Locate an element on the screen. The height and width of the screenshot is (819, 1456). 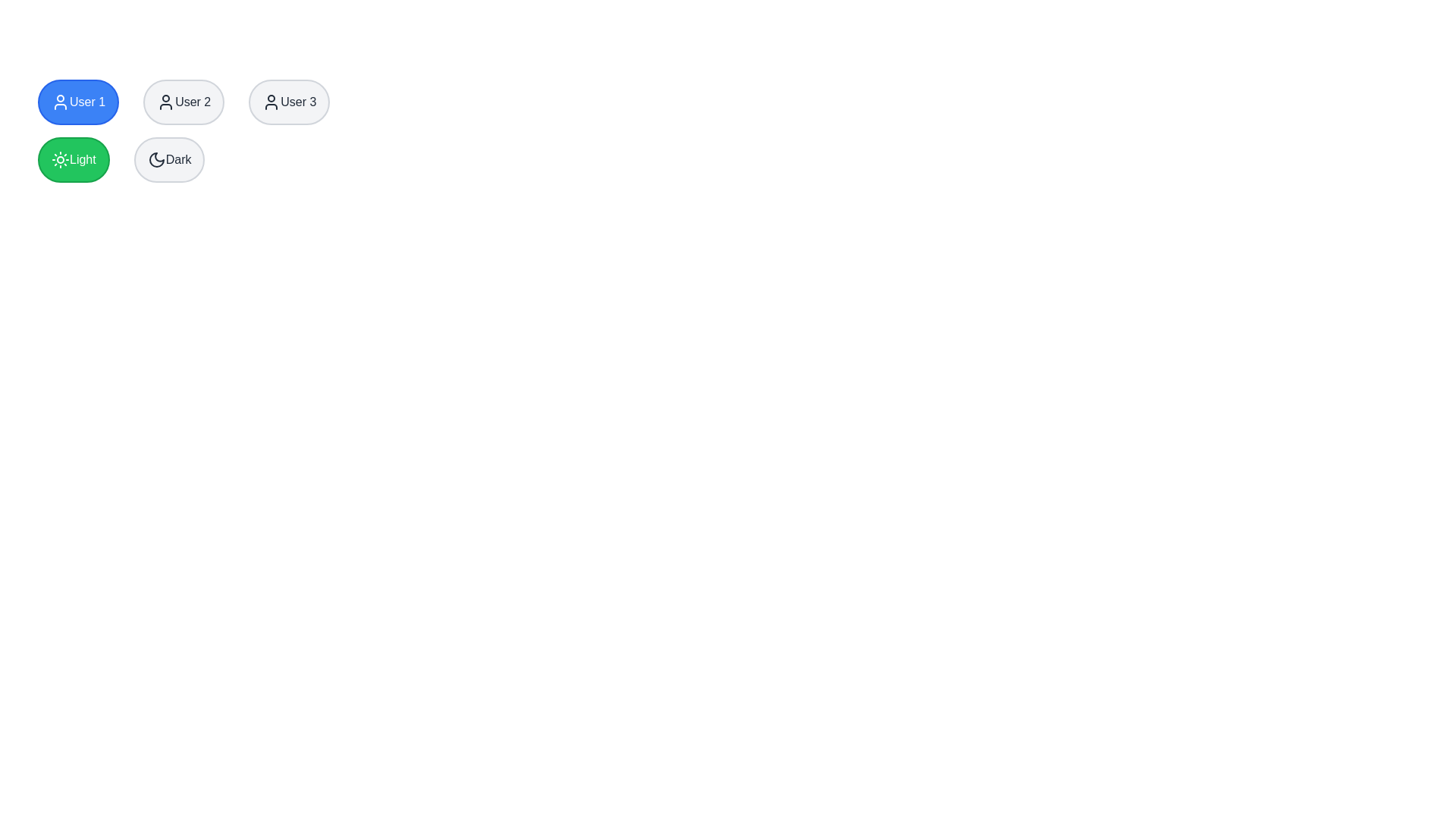
the interactive button labeled 'User 3' is located at coordinates (289, 102).